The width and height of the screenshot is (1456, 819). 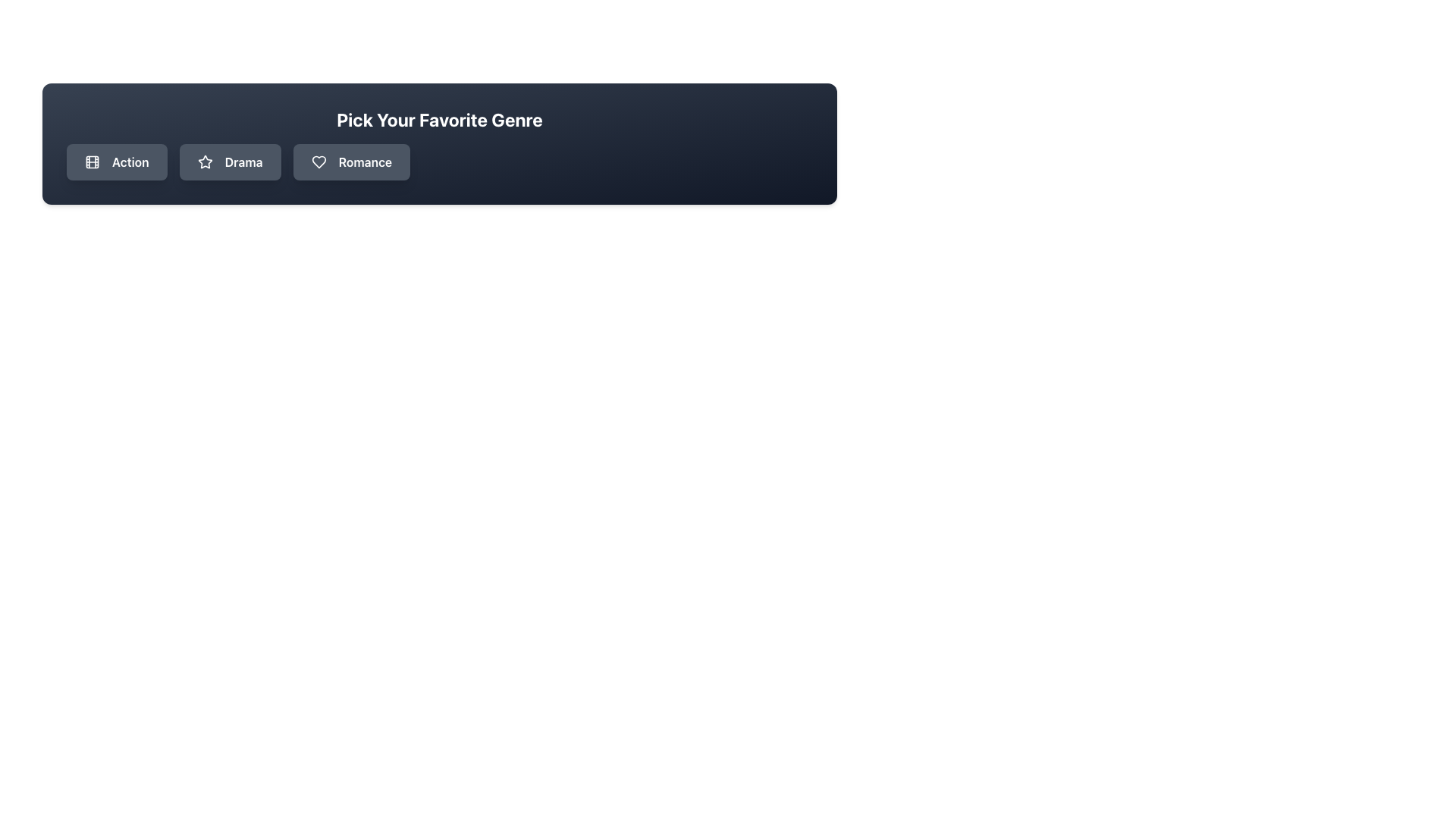 I want to click on the 'Romance' genre icon located inside the rightmost button in a horizontal row of genre buttons, positioned after the 'Drama' button and before the text 'Romance', so click(x=318, y=162).